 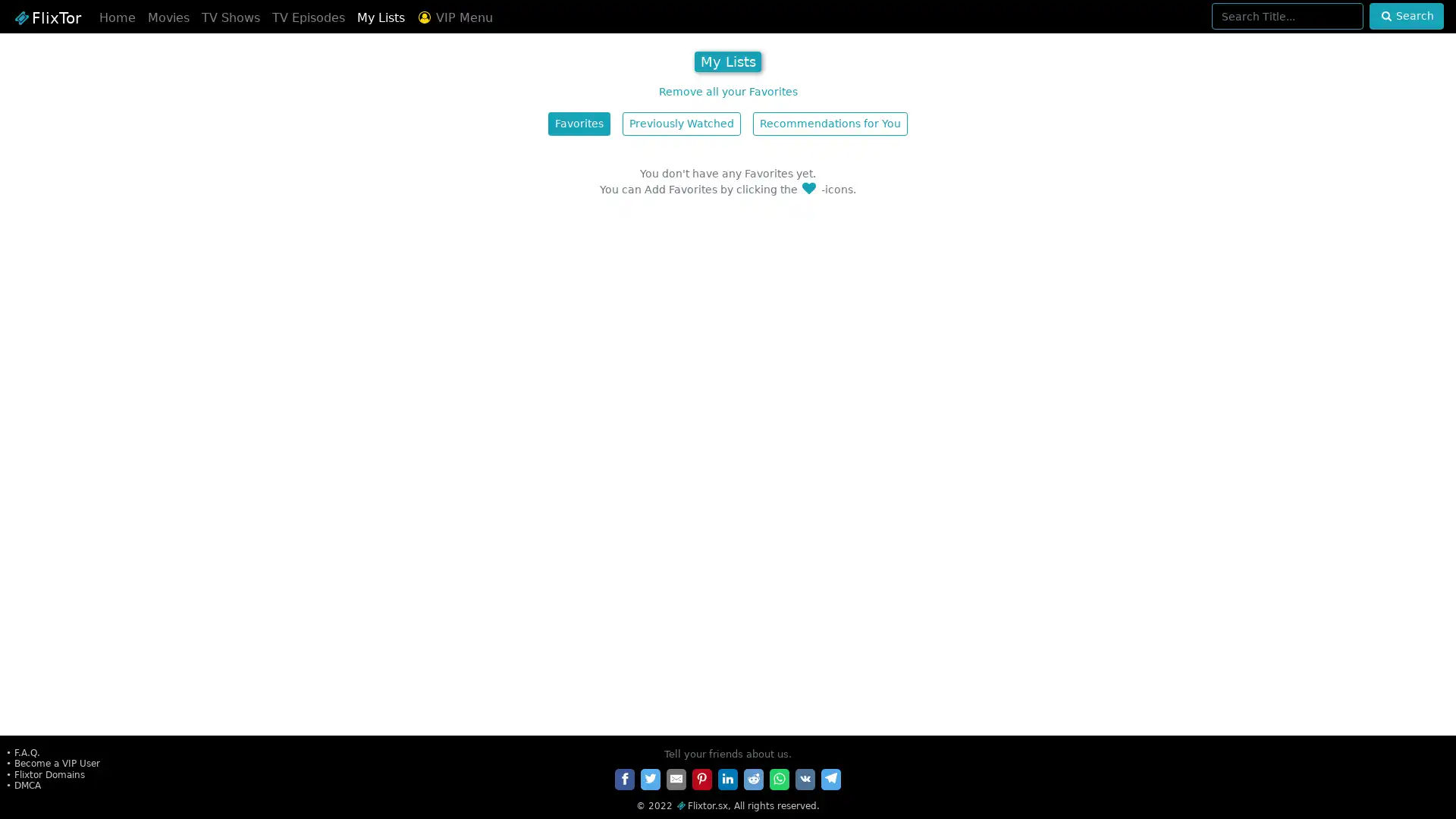 I want to click on Search, so click(x=1405, y=16).